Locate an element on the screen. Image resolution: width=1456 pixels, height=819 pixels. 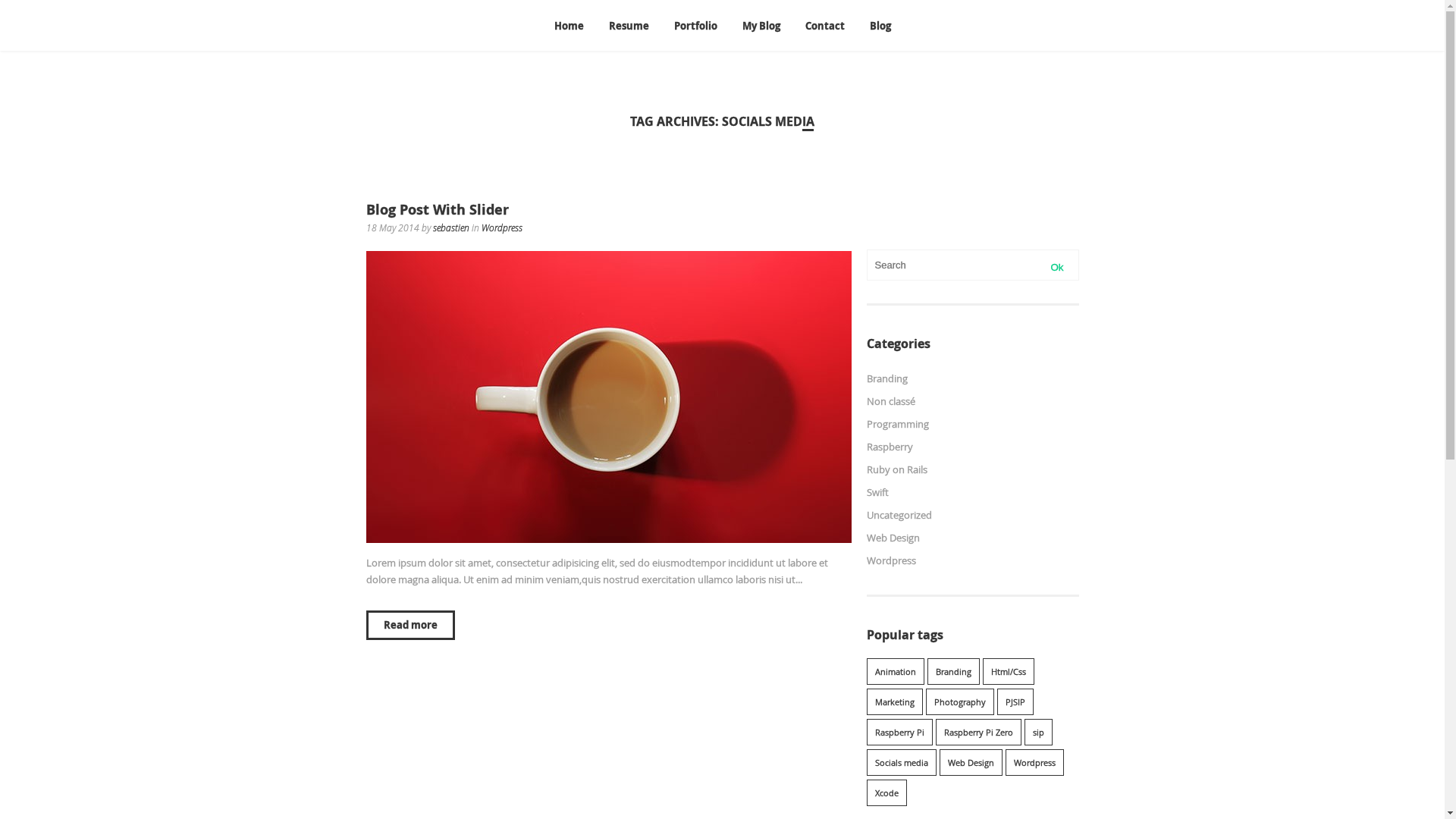
'Wordpress' is located at coordinates (890, 560).